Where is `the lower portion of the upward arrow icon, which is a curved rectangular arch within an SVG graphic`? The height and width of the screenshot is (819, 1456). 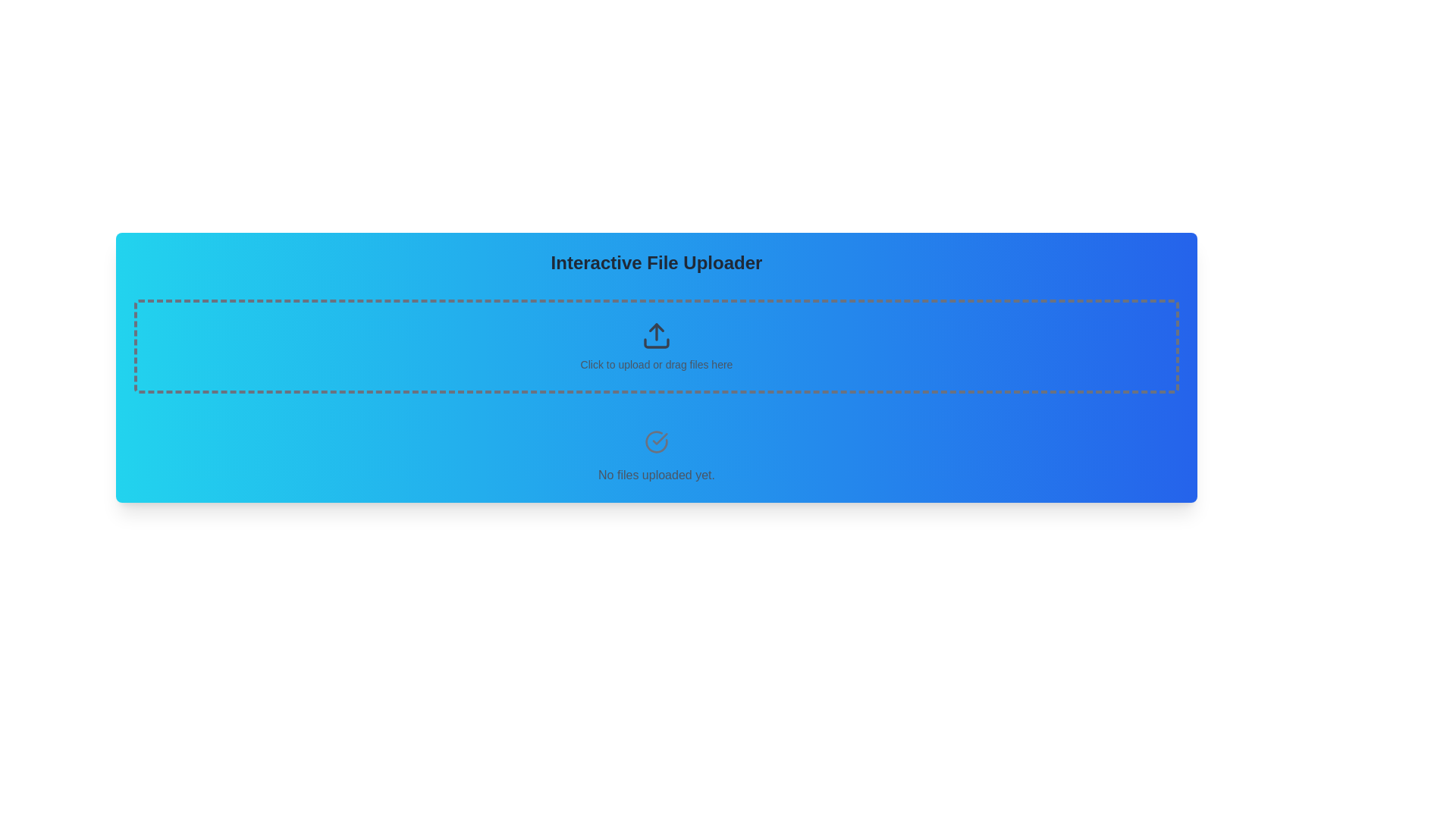
the lower portion of the upward arrow icon, which is a curved rectangular arch within an SVG graphic is located at coordinates (656, 343).